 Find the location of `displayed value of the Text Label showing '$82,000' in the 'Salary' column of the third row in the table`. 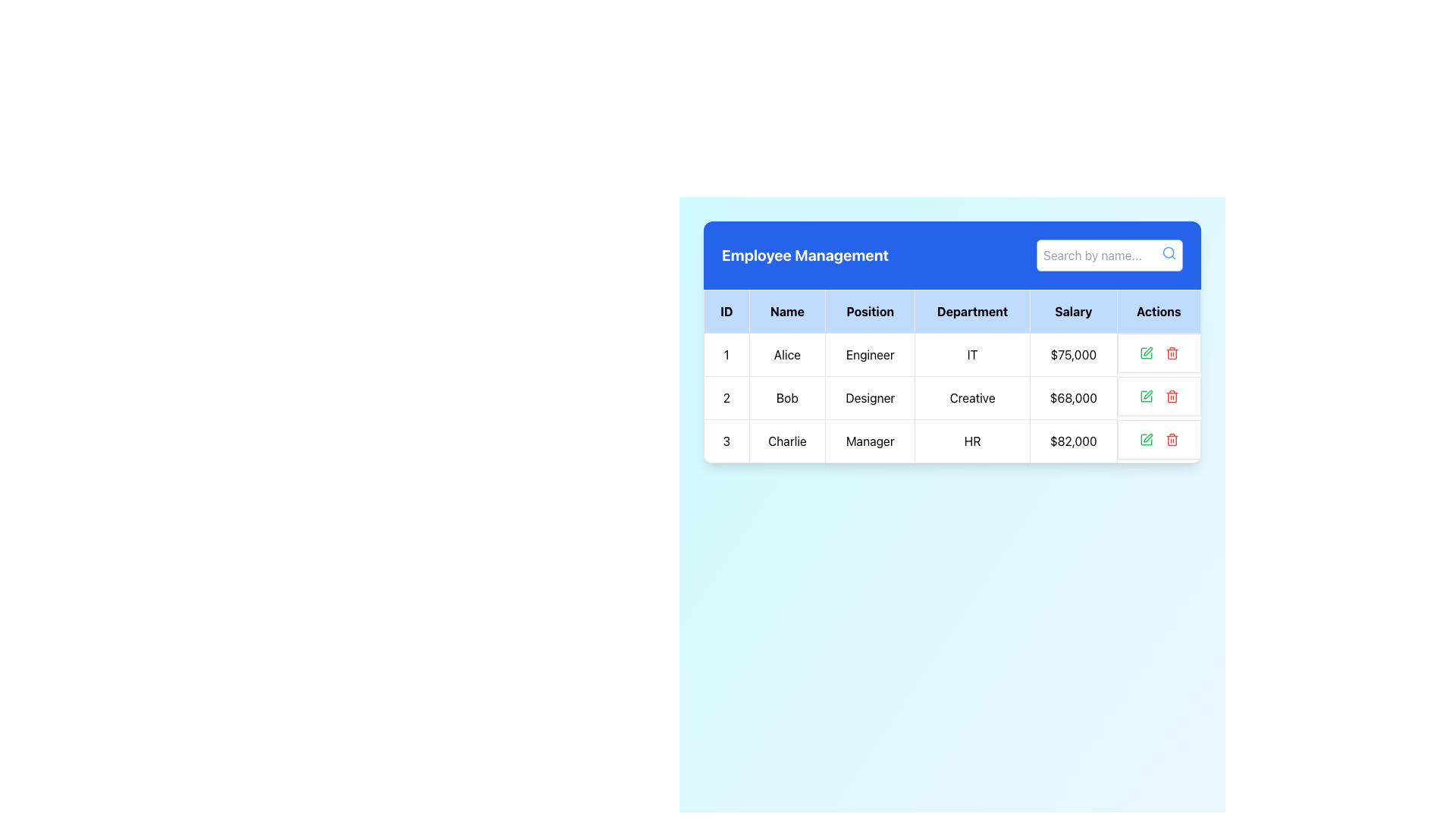

displayed value of the Text Label showing '$82,000' in the 'Salary' column of the third row in the table is located at coordinates (1072, 441).